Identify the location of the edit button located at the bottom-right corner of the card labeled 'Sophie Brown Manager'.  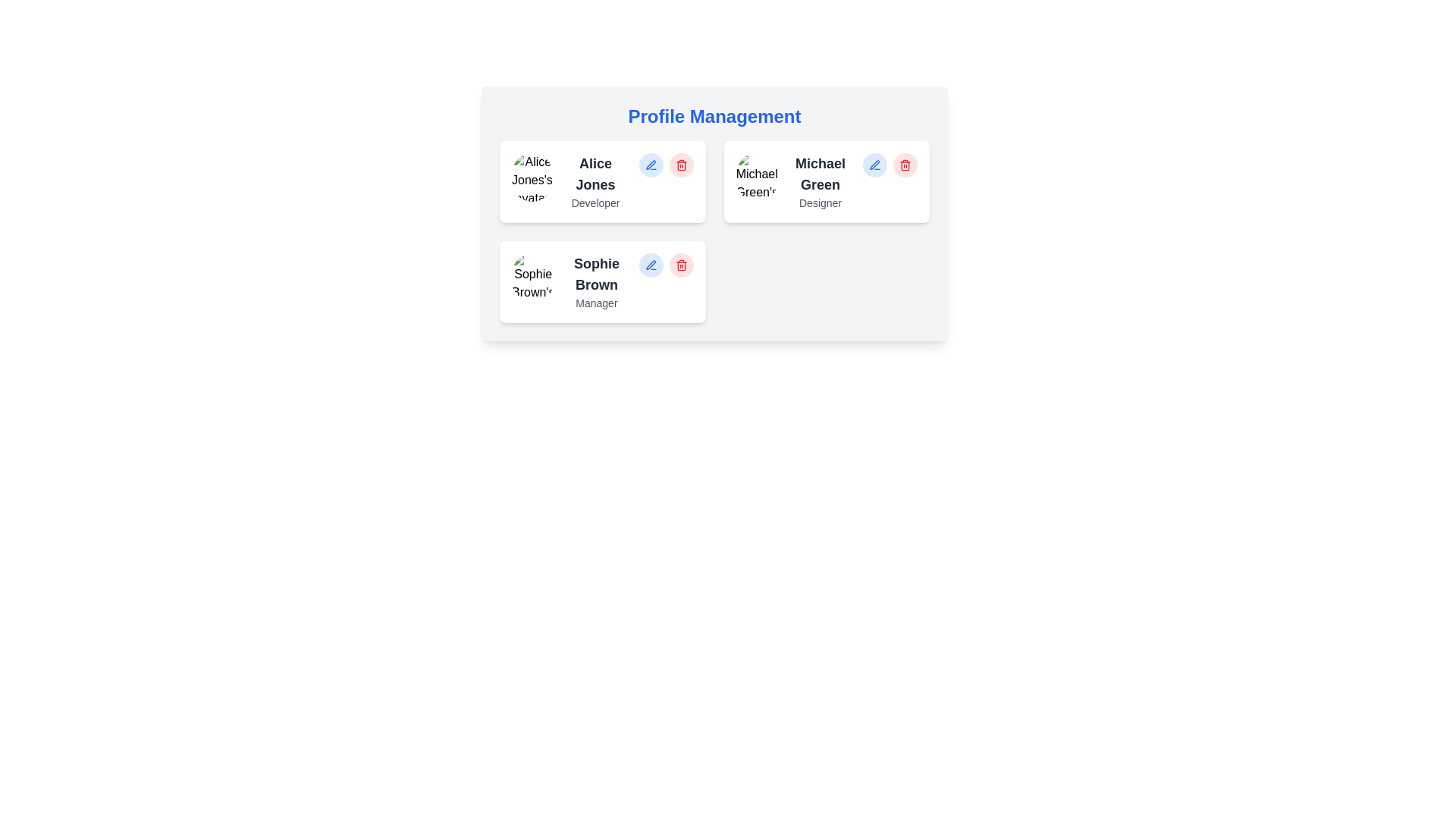
(651, 265).